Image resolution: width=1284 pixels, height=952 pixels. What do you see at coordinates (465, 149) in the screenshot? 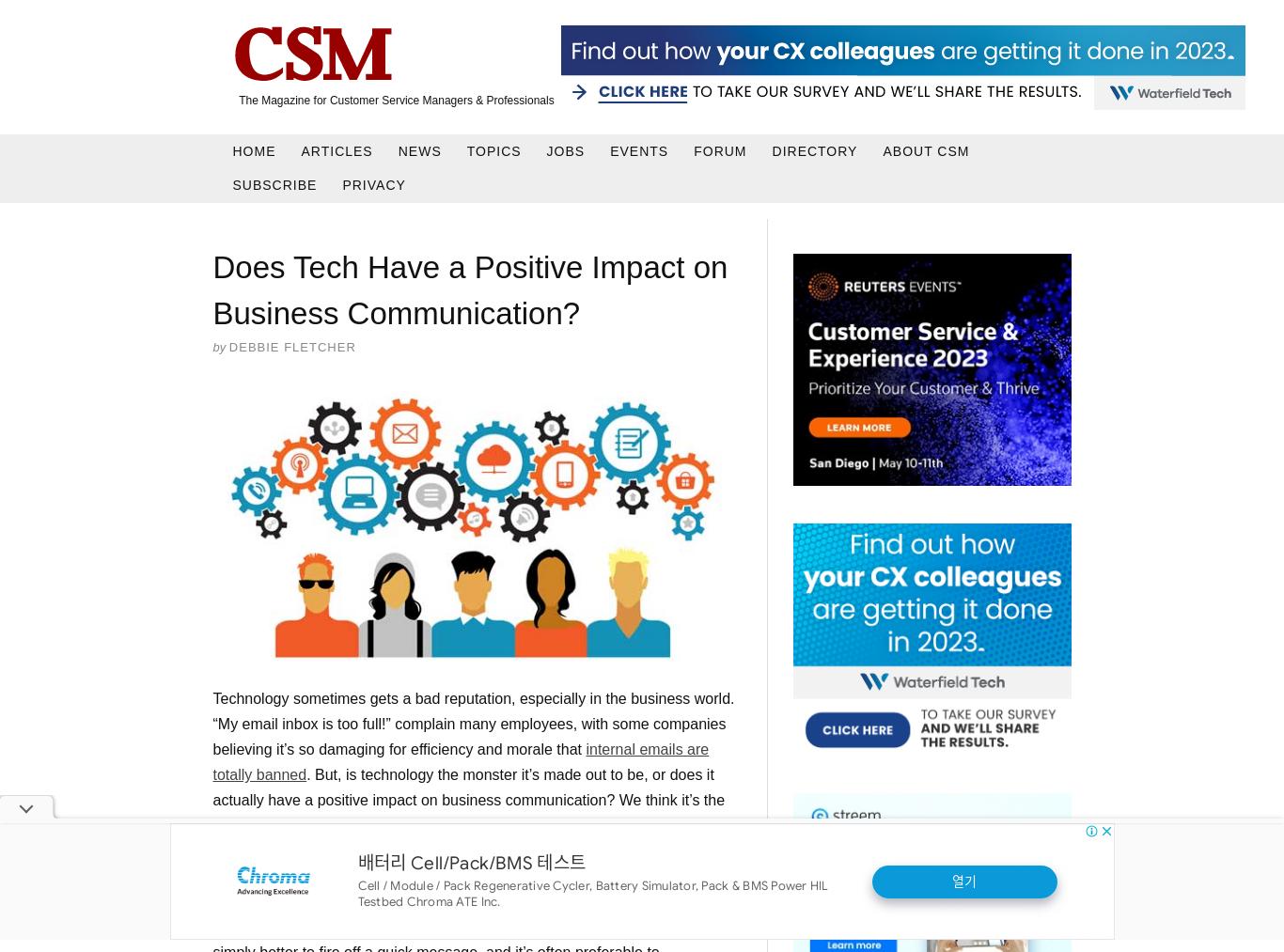
I see `'Topics'` at bounding box center [465, 149].